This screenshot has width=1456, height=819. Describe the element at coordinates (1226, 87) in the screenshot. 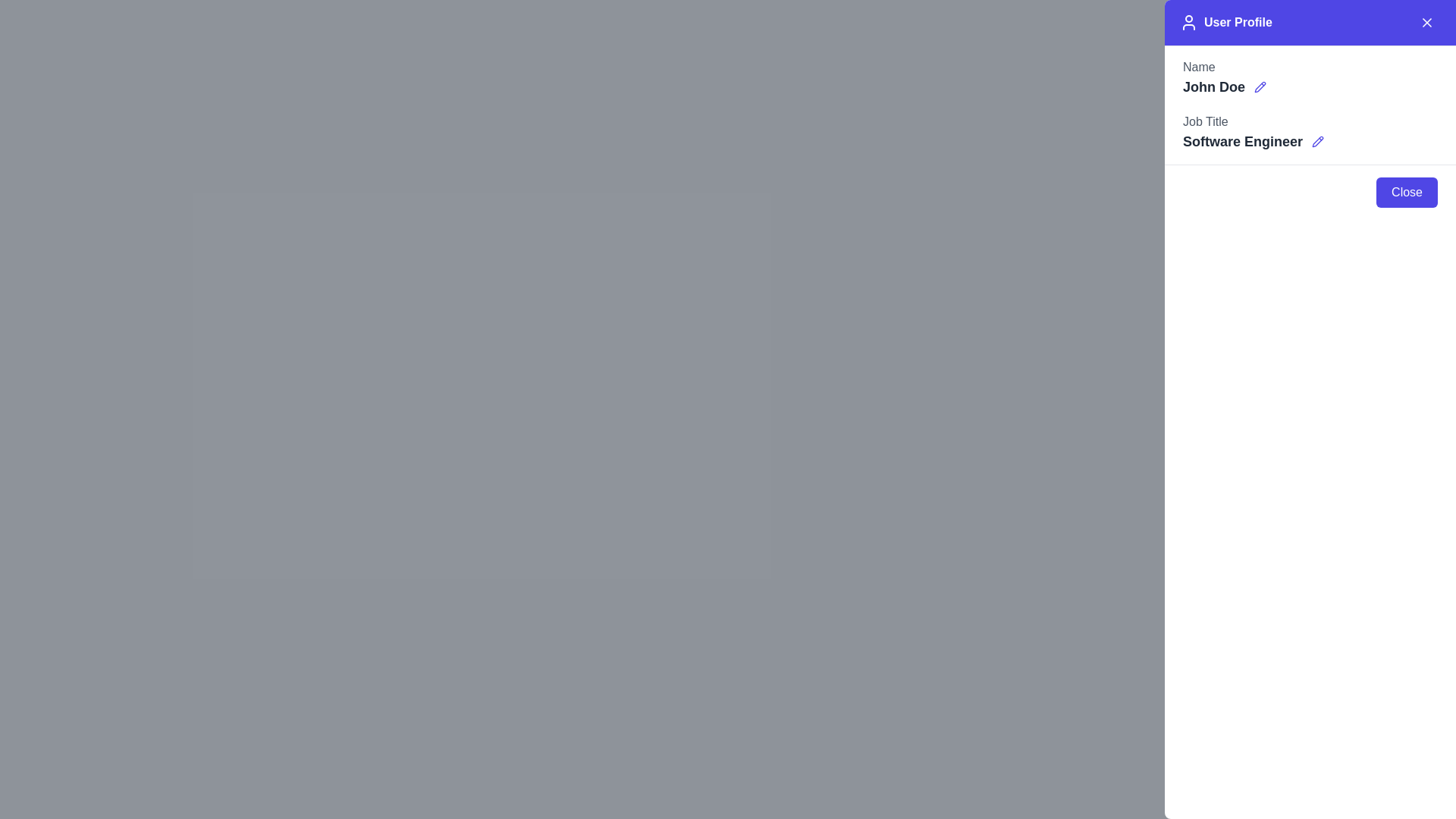

I see `the Text Label with Optional Editing that displays the user's name, located under the header 'Name' in the user profile section` at that location.